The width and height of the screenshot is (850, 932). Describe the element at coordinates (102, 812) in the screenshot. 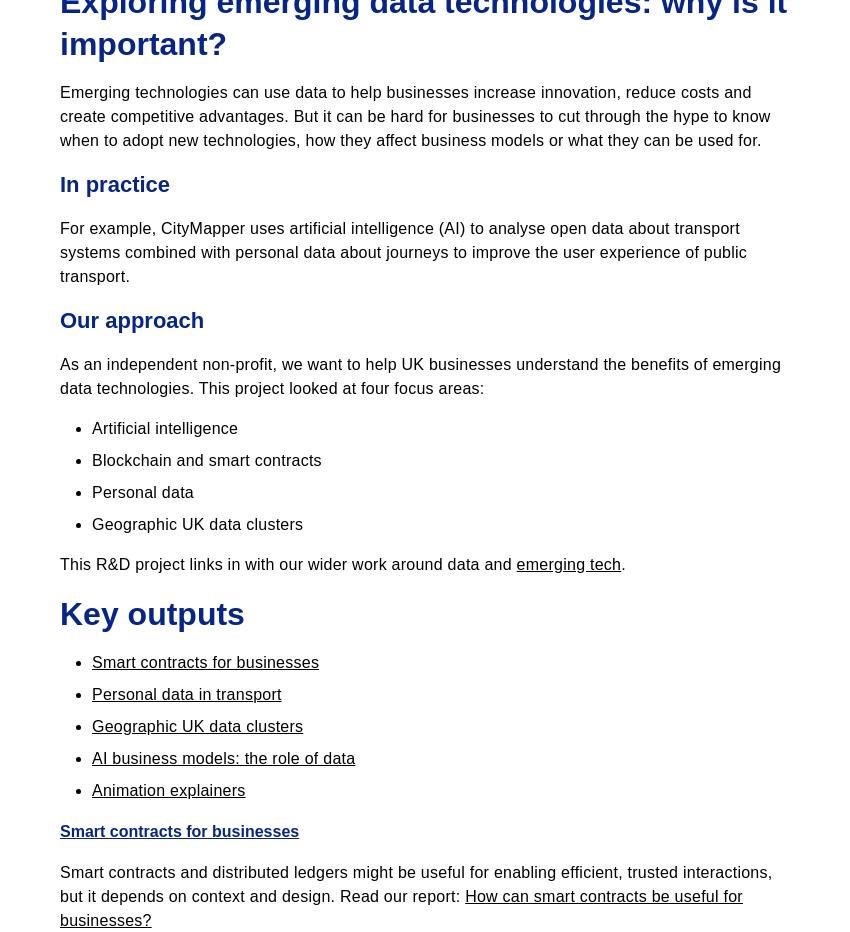

I see `'Our policies'` at that location.